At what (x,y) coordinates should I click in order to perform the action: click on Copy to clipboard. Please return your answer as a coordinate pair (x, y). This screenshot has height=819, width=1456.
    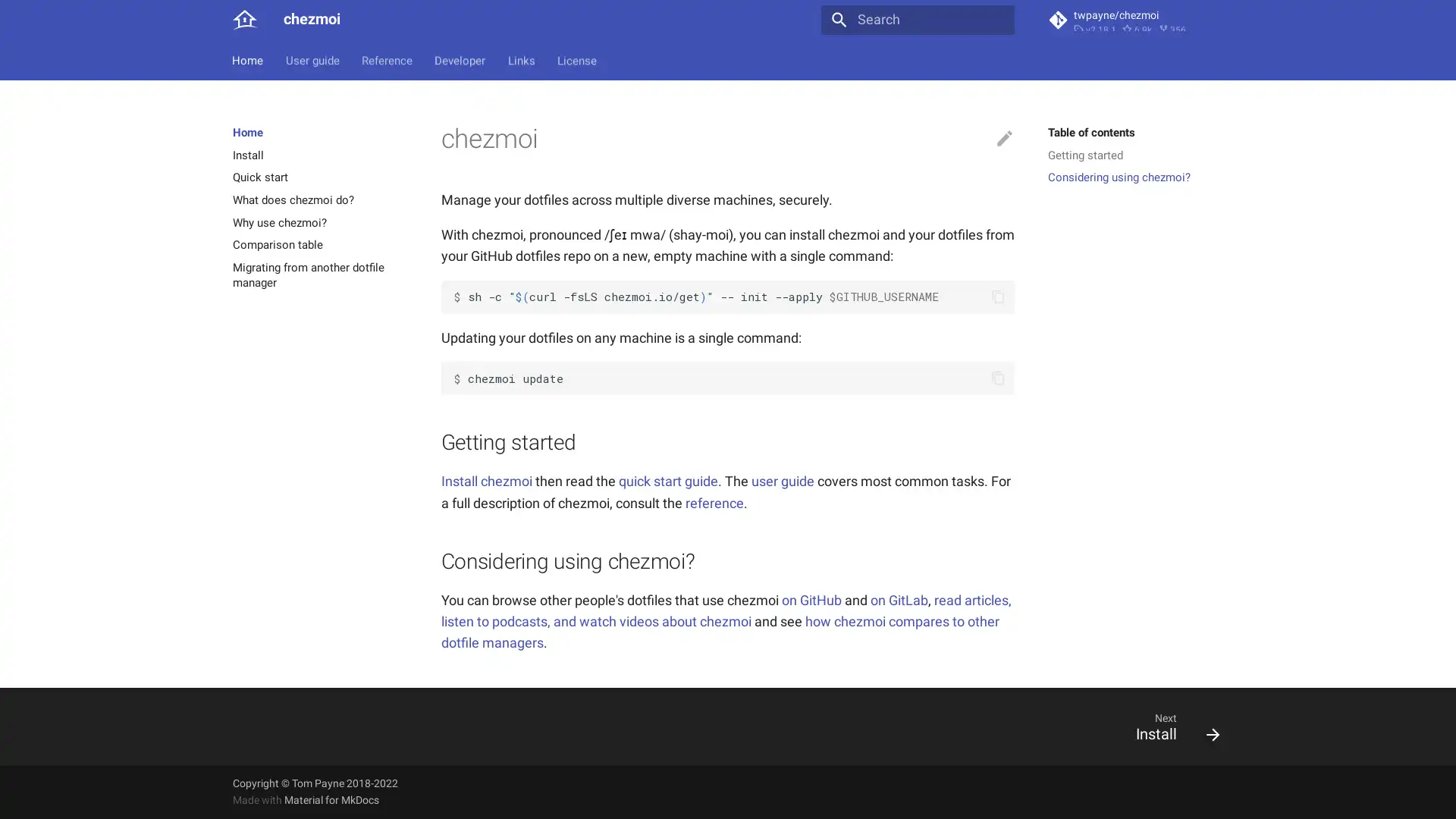
    Looking at the image, I should click on (997, 297).